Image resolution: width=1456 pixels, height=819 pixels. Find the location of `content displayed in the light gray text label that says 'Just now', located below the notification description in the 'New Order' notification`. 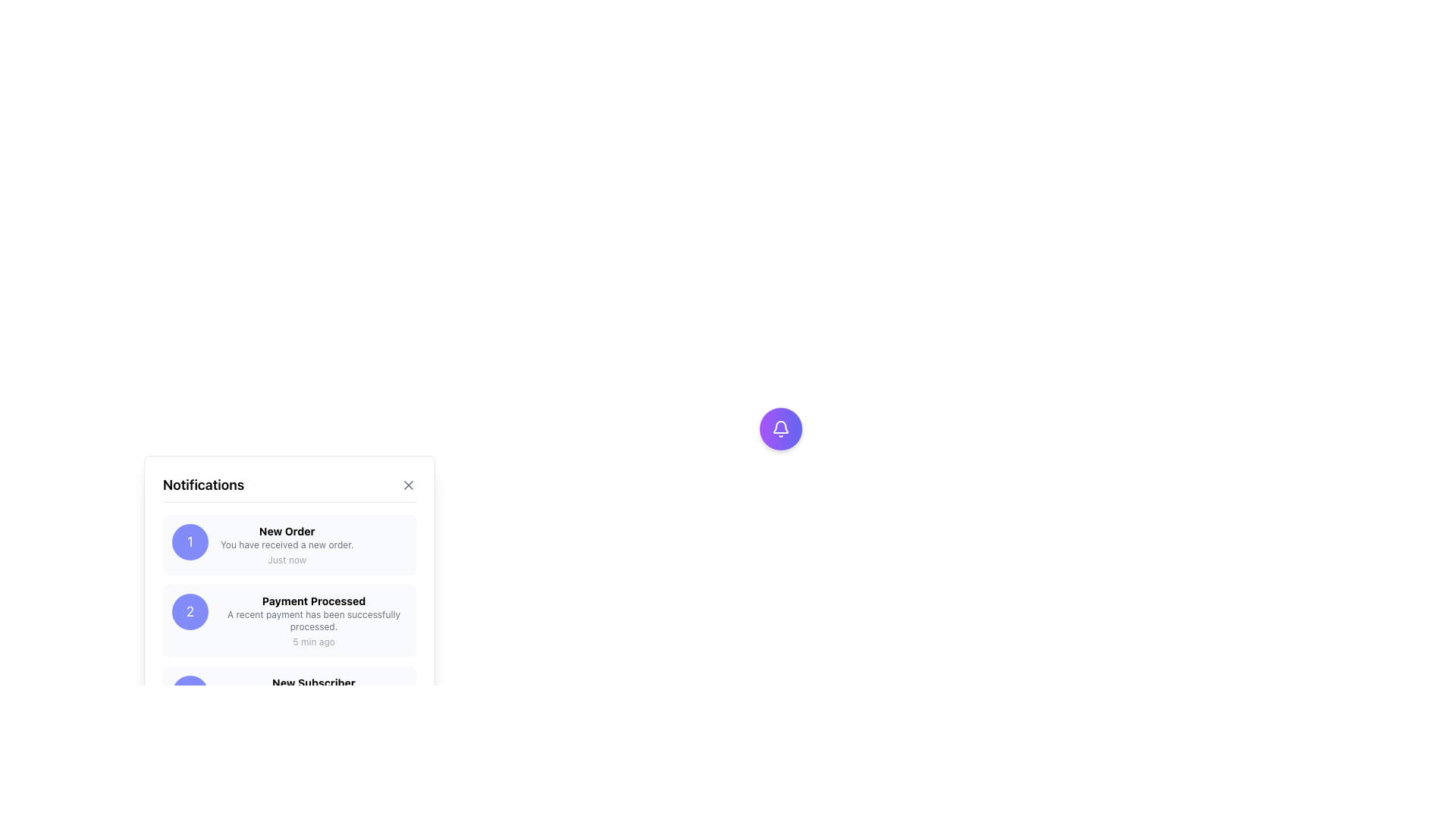

content displayed in the light gray text label that says 'Just now', located below the notification description in the 'New Order' notification is located at coordinates (287, 560).